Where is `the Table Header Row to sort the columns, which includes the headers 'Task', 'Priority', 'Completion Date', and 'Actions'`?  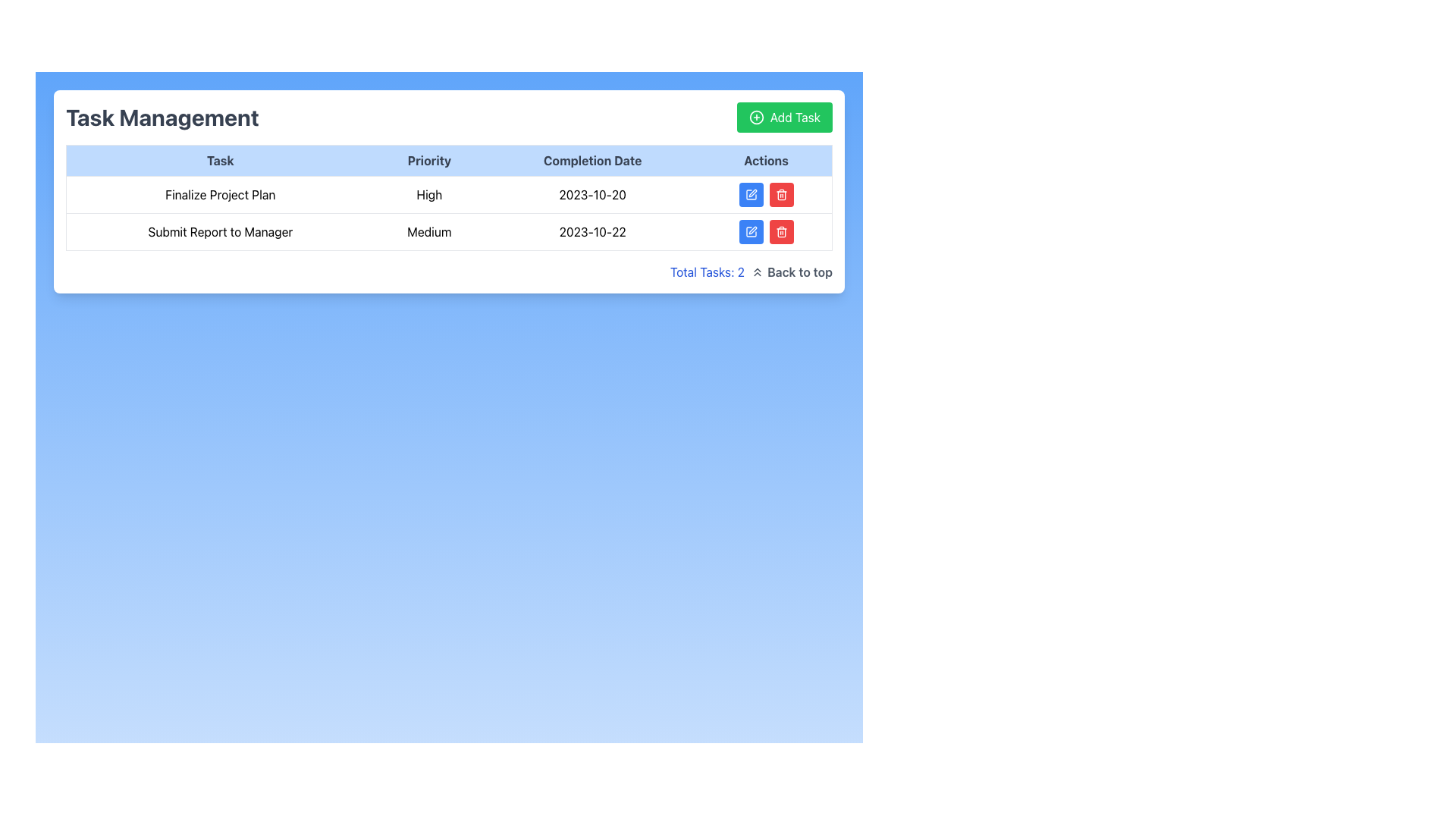
the Table Header Row to sort the columns, which includes the headers 'Task', 'Priority', 'Completion Date', and 'Actions' is located at coordinates (448, 161).